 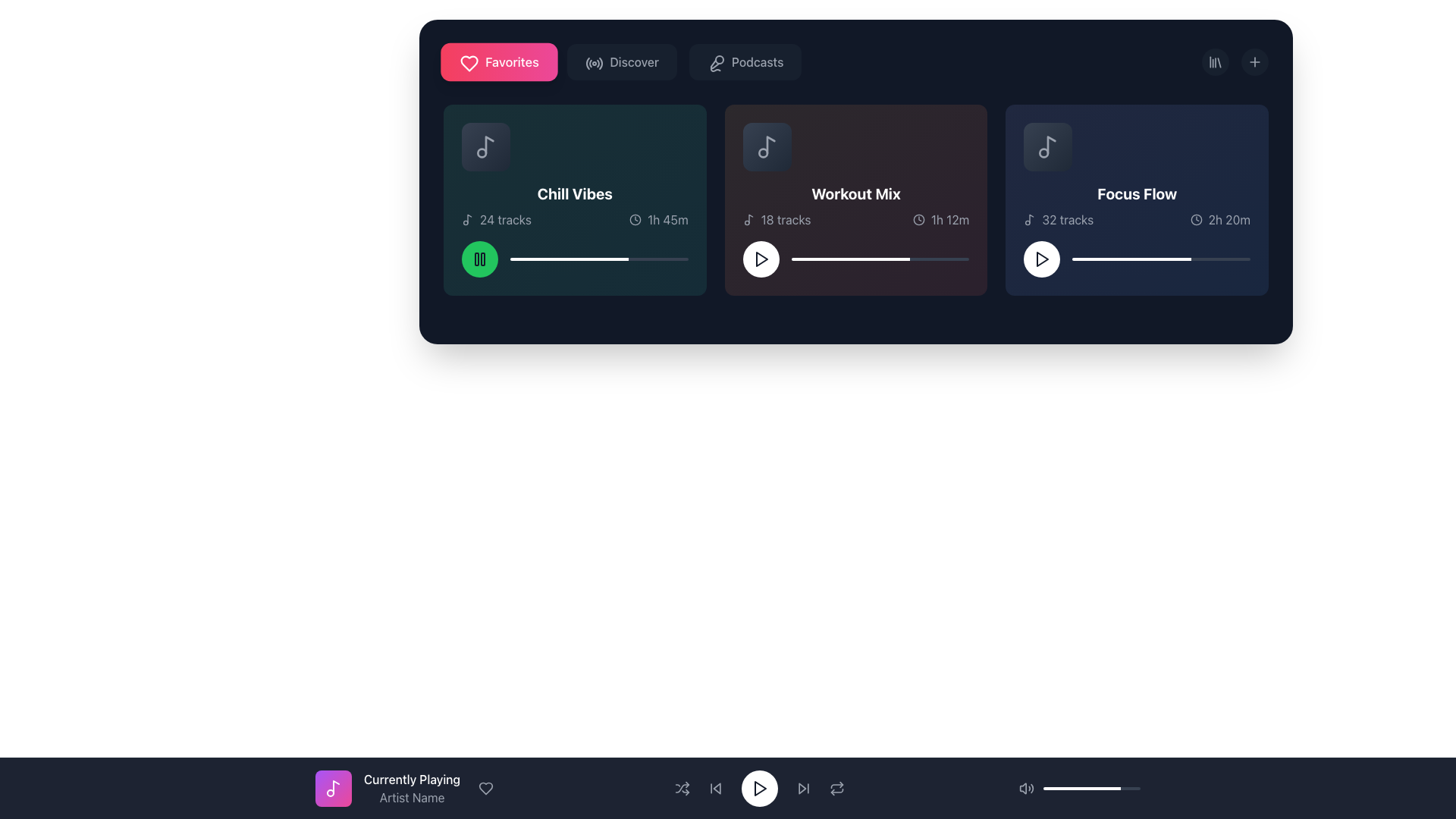 What do you see at coordinates (767, 146) in the screenshot?
I see `the graphical icon representing the 'Workout Mix' playlist, located in the second position from the left under the section titled 'Workout Mix'` at bounding box center [767, 146].